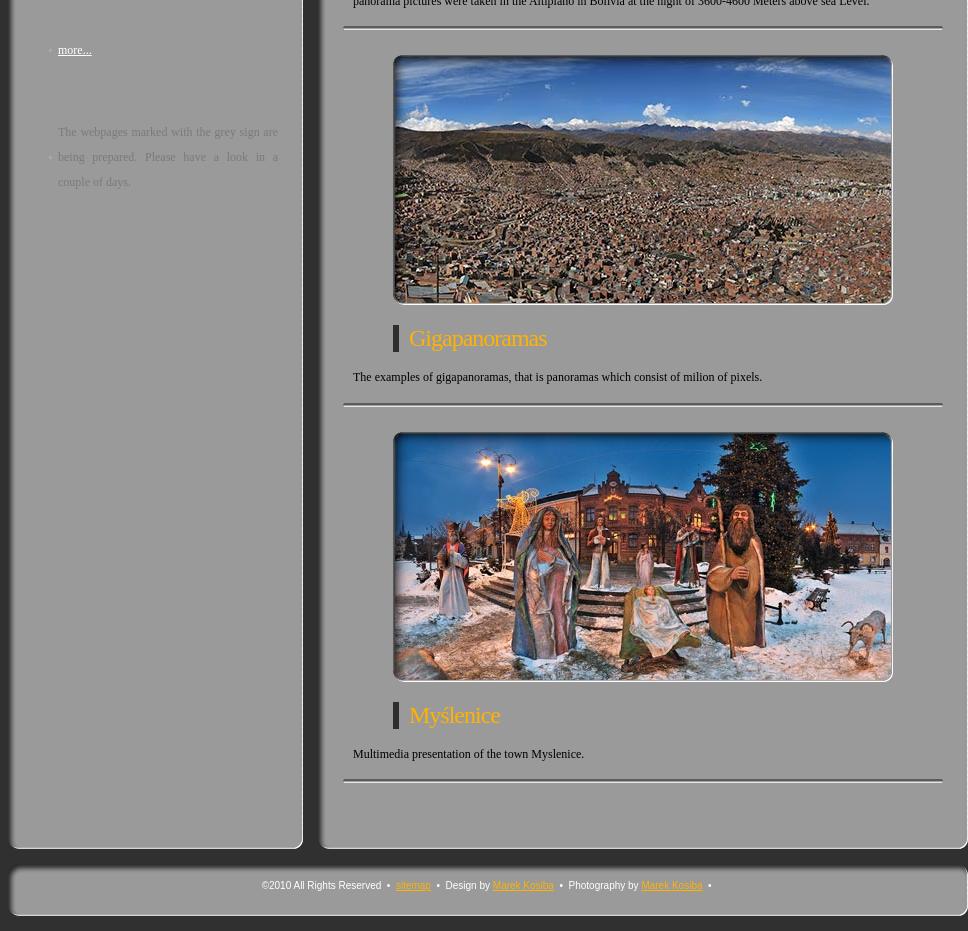  Describe the element at coordinates (168, 155) in the screenshot. I see `'The webpages marked with the grey sign are being prepared. Please have a look in a  couple of days.'` at that location.